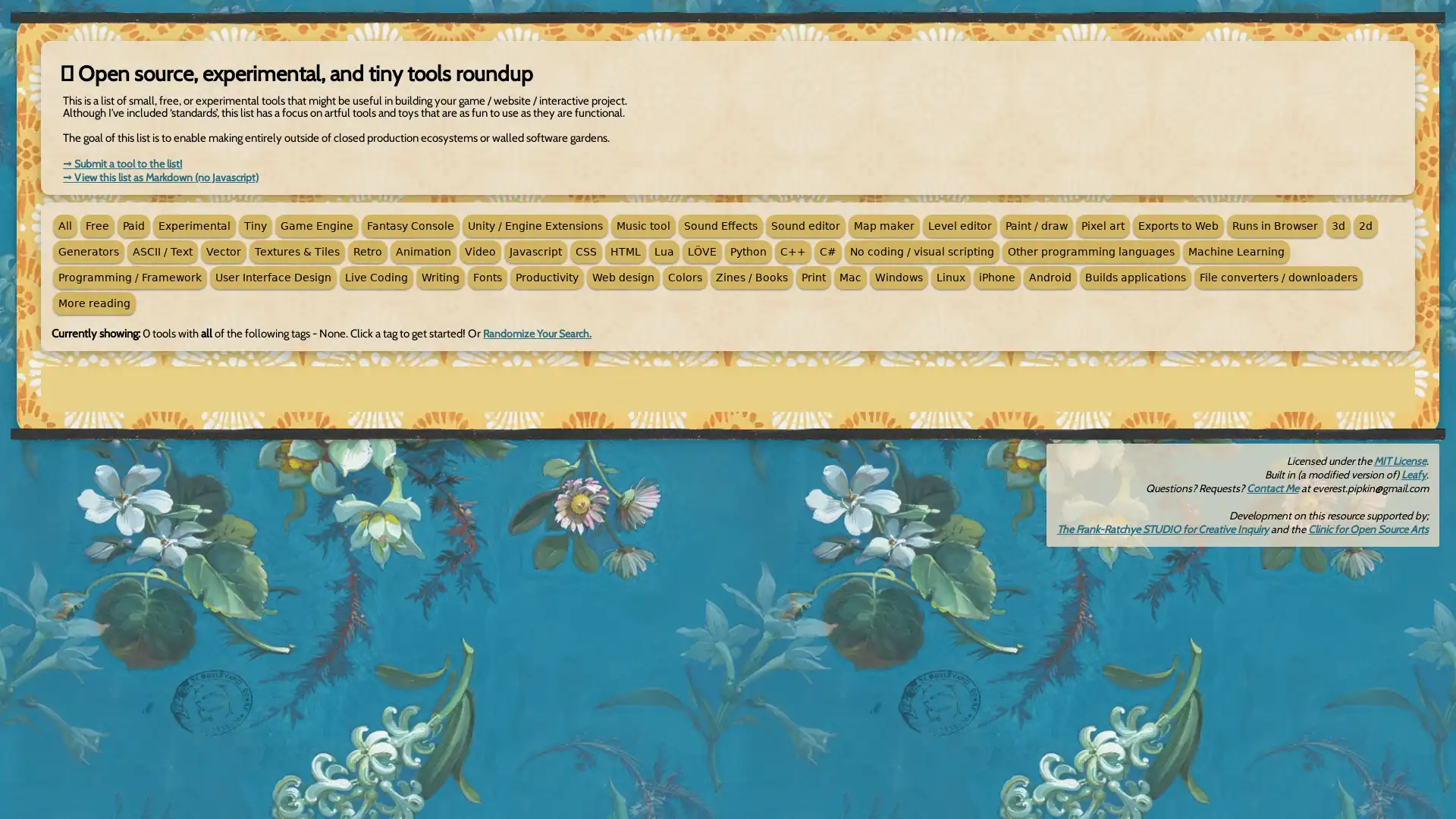 The width and height of the screenshot is (1456, 819). Describe the element at coordinates (664, 250) in the screenshot. I see `Lua` at that location.